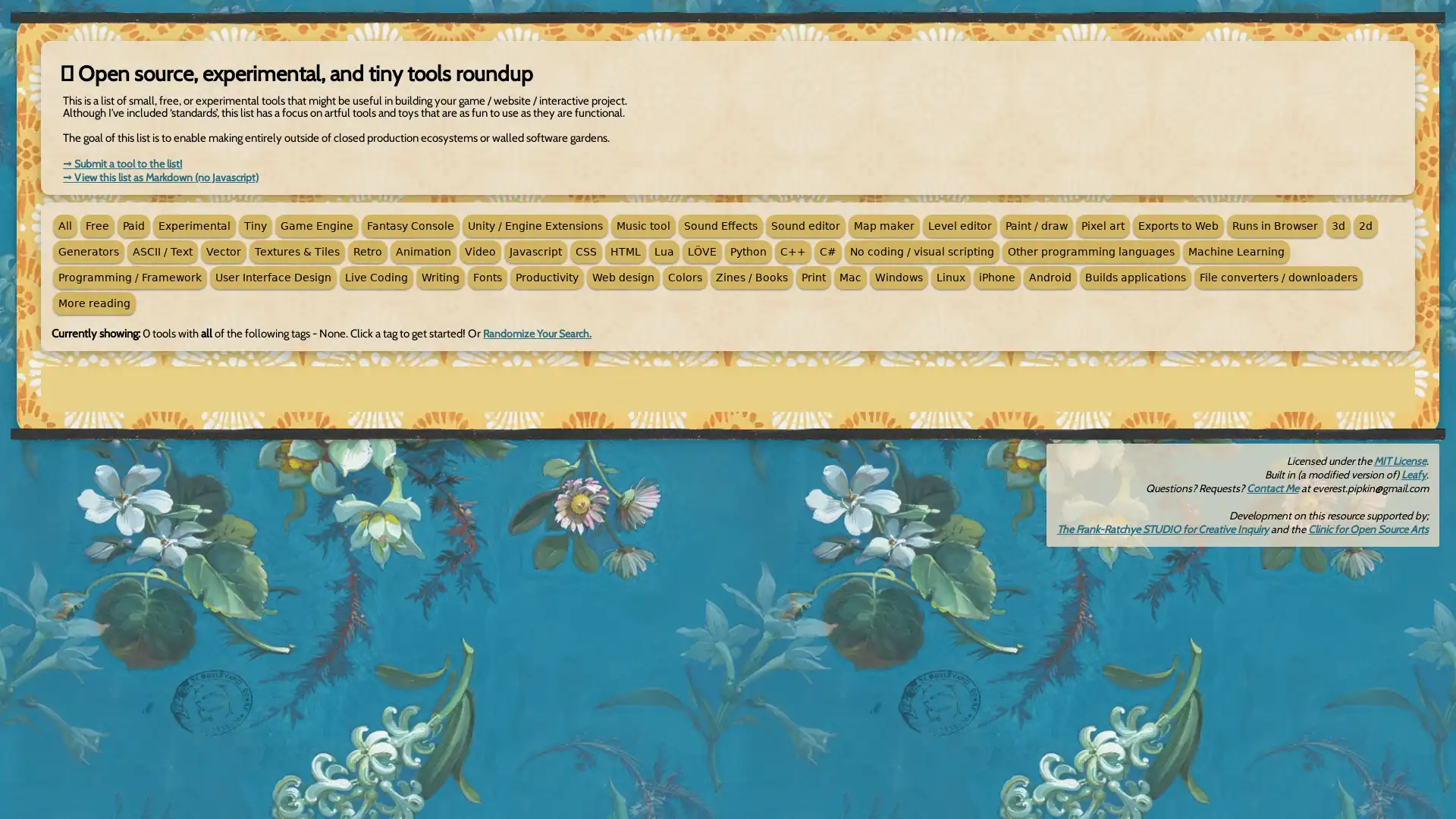 The width and height of the screenshot is (1456, 819). Describe the element at coordinates (664, 250) in the screenshot. I see `Lua` at that location.